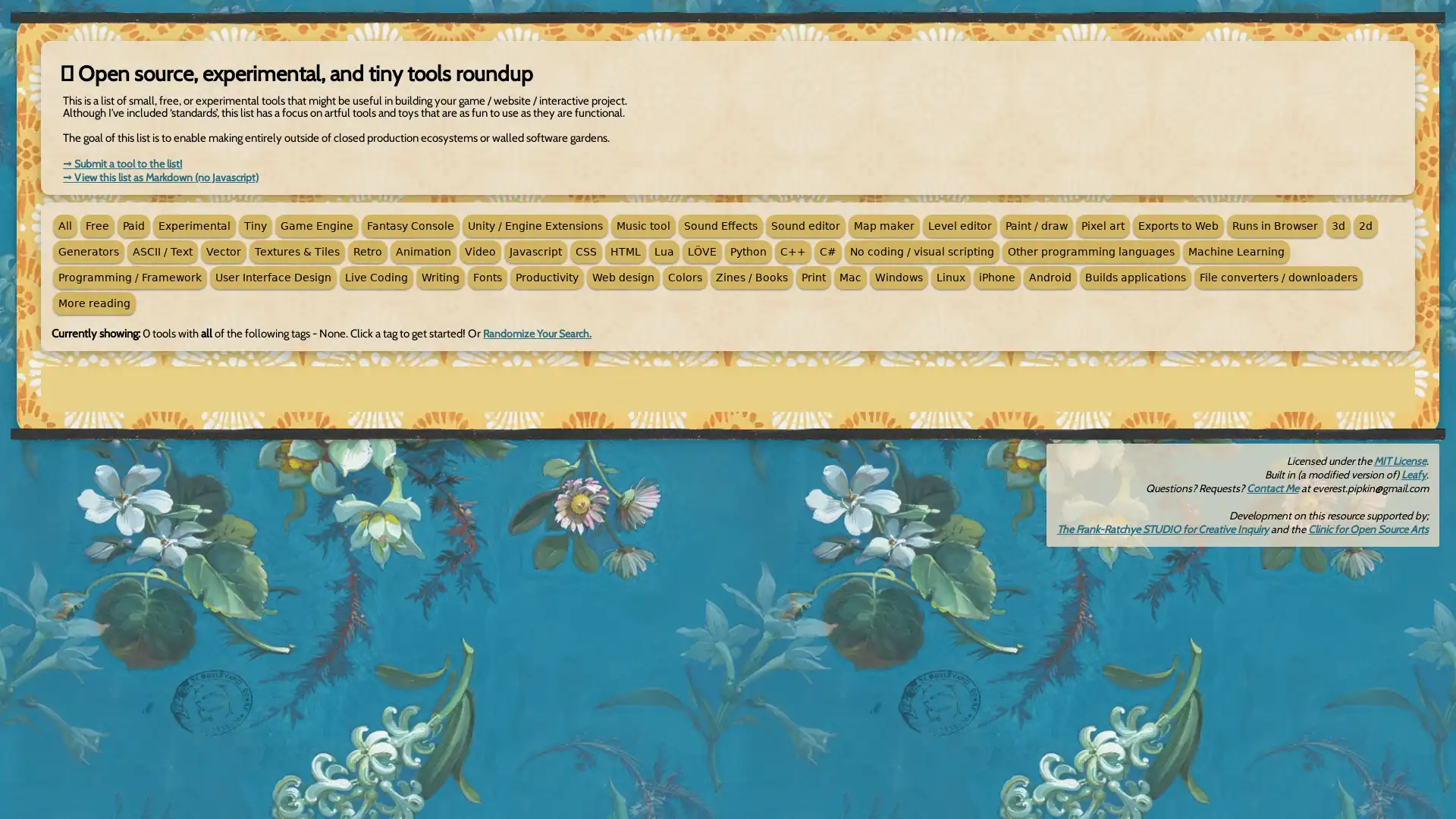 The width and height of the screenshot is (1456, 819). Describe the element at coordinates (664, 250) in the screenshot. I see `Lua` at that location.